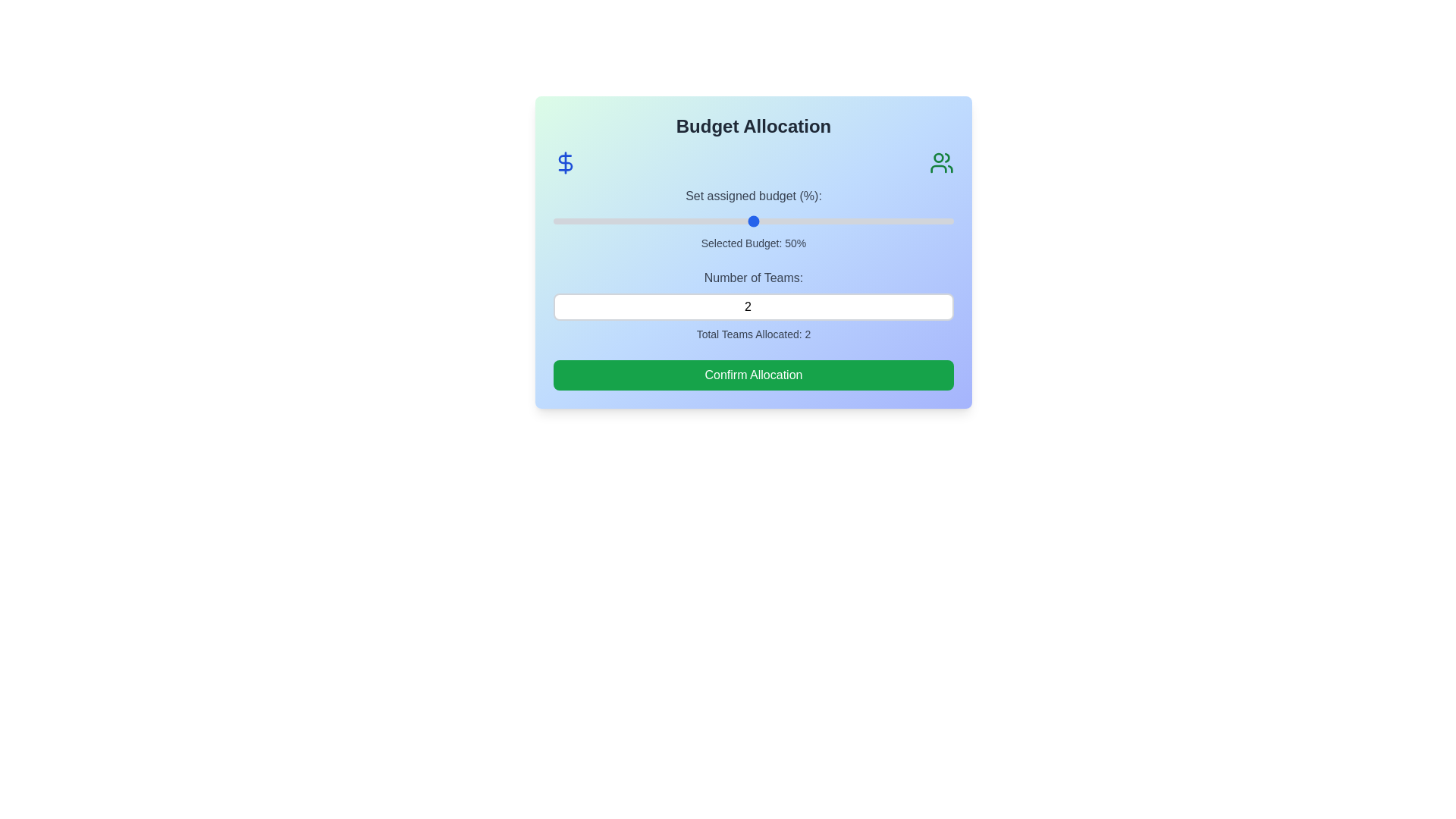 The image size is (1456, 819). I want to click on the budget slider to set the budget to 99%, so click(949, 221).